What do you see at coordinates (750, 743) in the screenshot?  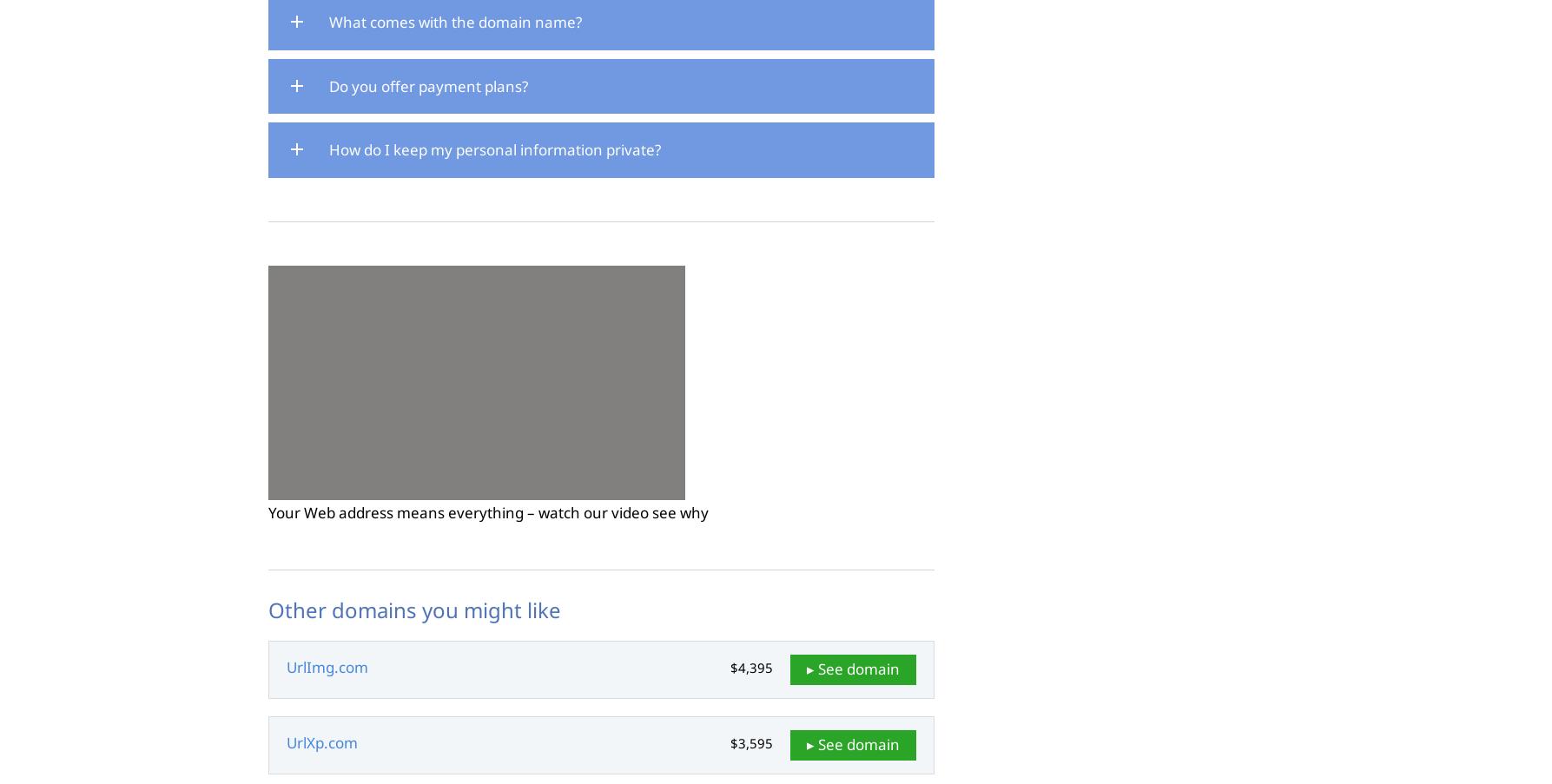 I see `'$3,595'` at bounding box center [750, 743].